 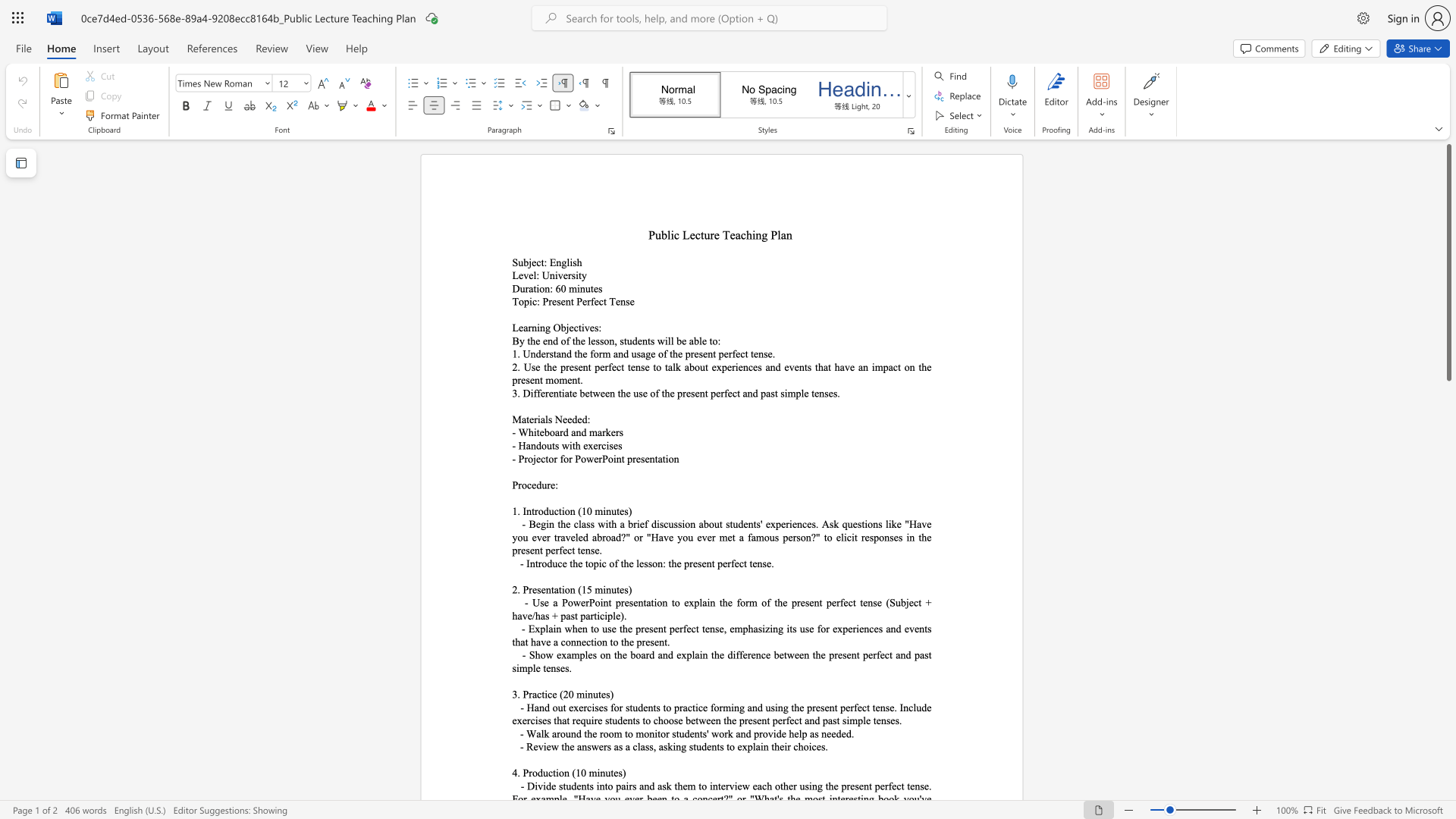 I want to click on the subset text "ass, asking students to explain t" within the text "- Review the answers as a class, asking students to explain their choices.", so click(x=640, y=745).